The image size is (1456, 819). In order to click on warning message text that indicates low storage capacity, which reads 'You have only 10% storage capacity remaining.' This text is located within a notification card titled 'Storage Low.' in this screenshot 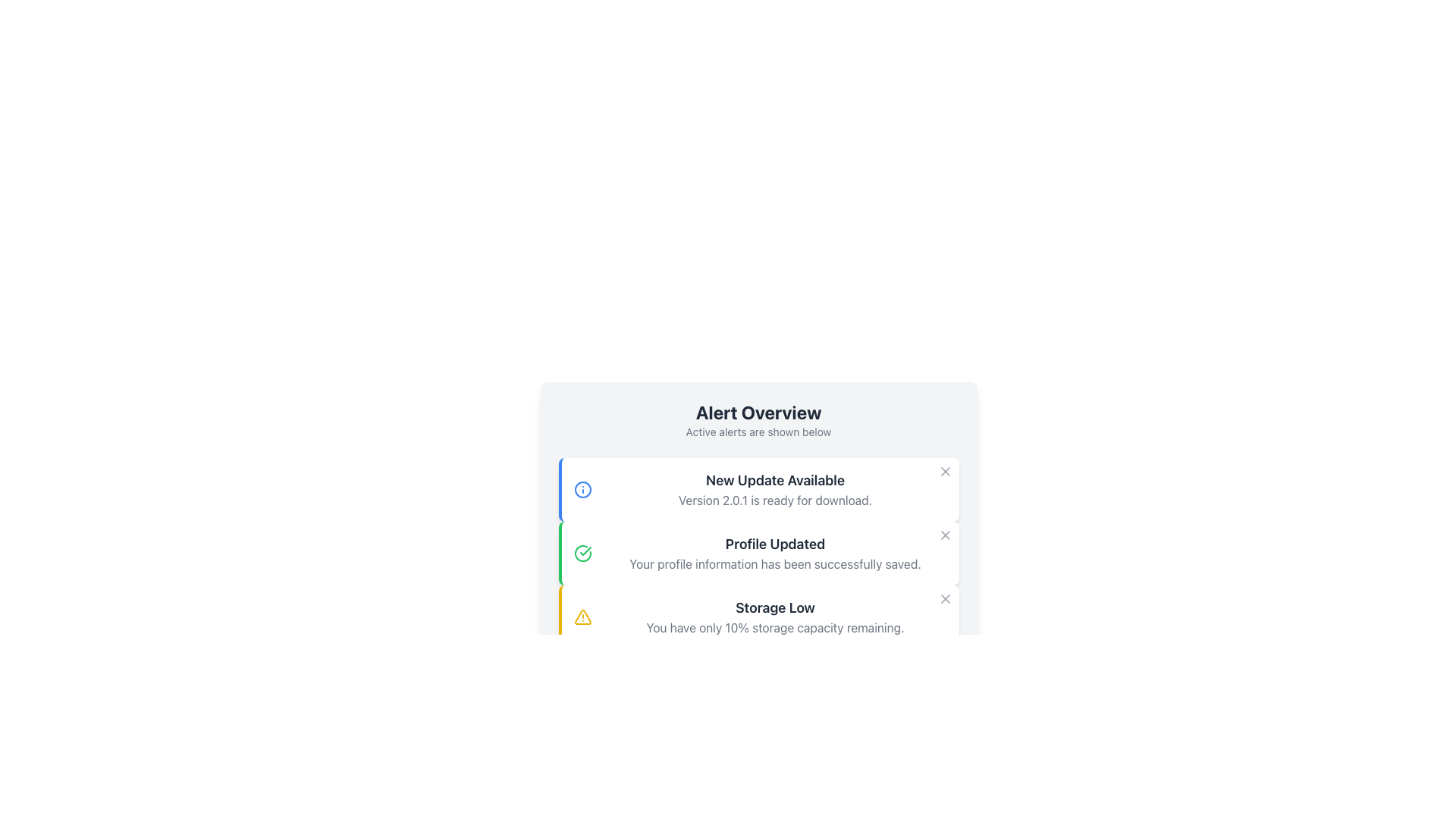, I will do `click(775, 628)`.